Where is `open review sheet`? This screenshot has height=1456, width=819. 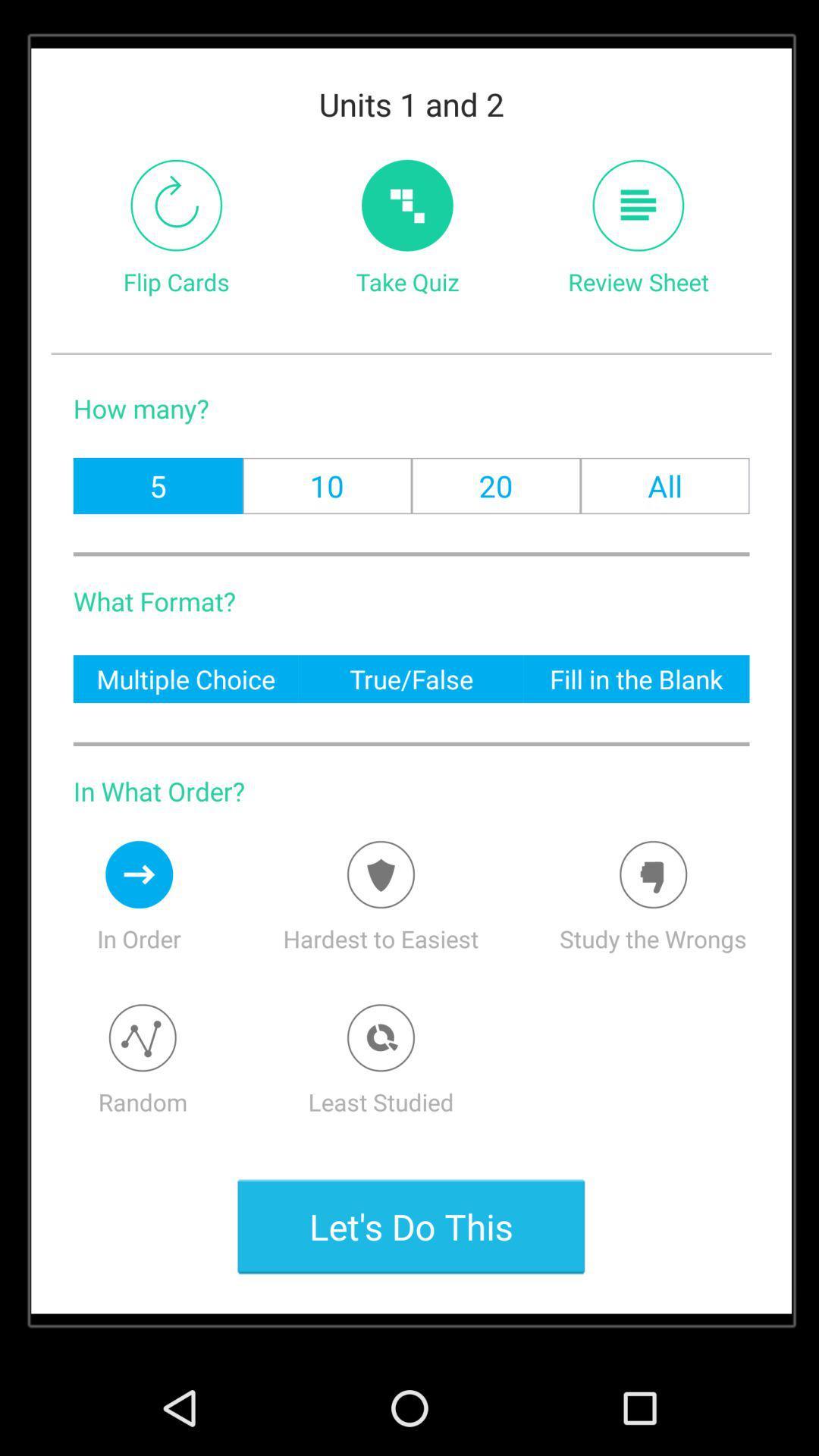
open review sheet is located at coordinates (638, 205).